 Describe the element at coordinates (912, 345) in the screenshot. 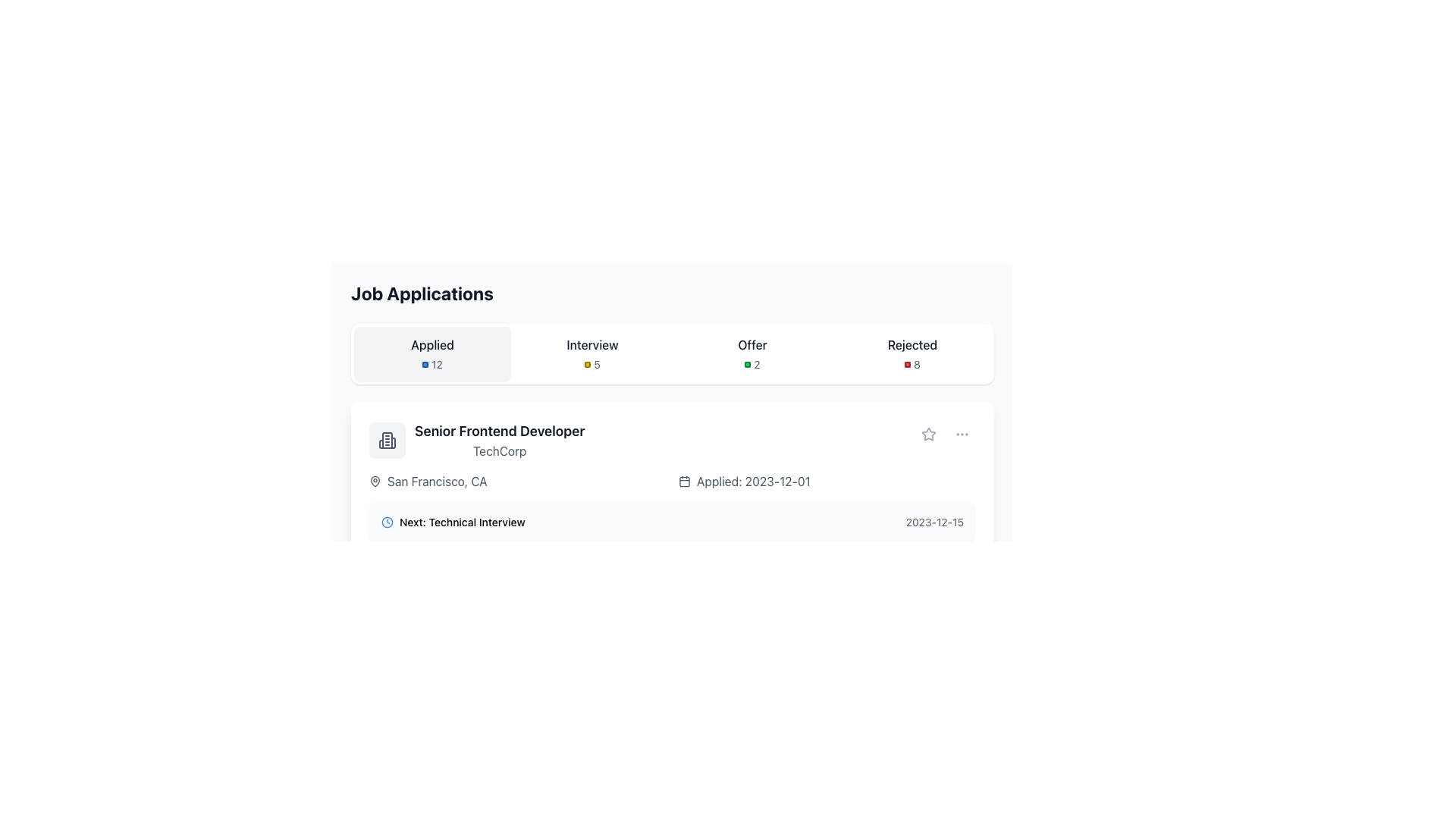

I see `the text label displaying 'Rejected', which is the rightmost element in a horizontal row of similar status labels` at that location.